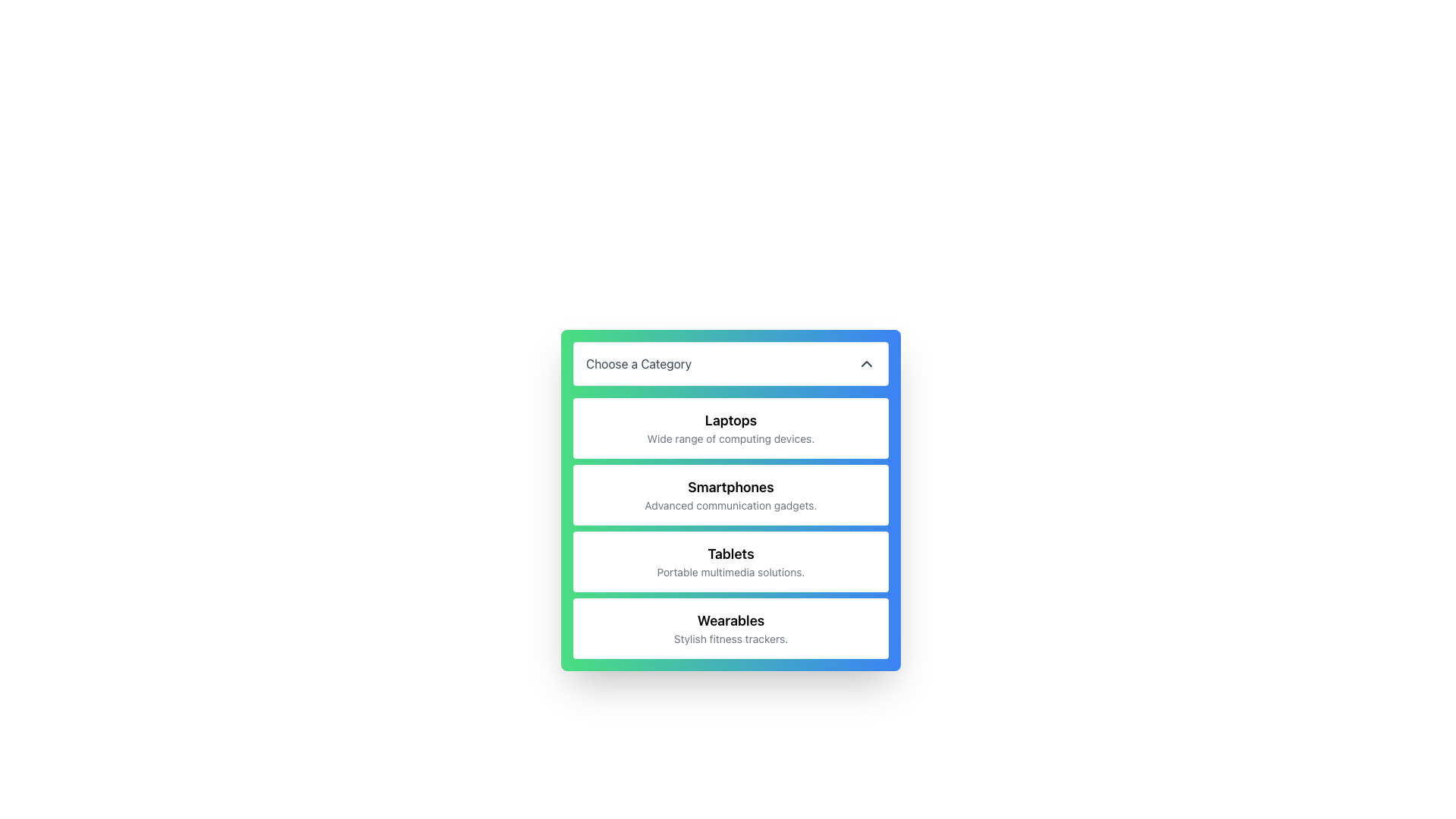  Describe the element at coordinates (731, 554) in the screenshot. I see `the header text indicating the 'Tablets' category, which is positioned above 'Wearables' and below 'Smartphones' in the vertical list of categories` at that location.